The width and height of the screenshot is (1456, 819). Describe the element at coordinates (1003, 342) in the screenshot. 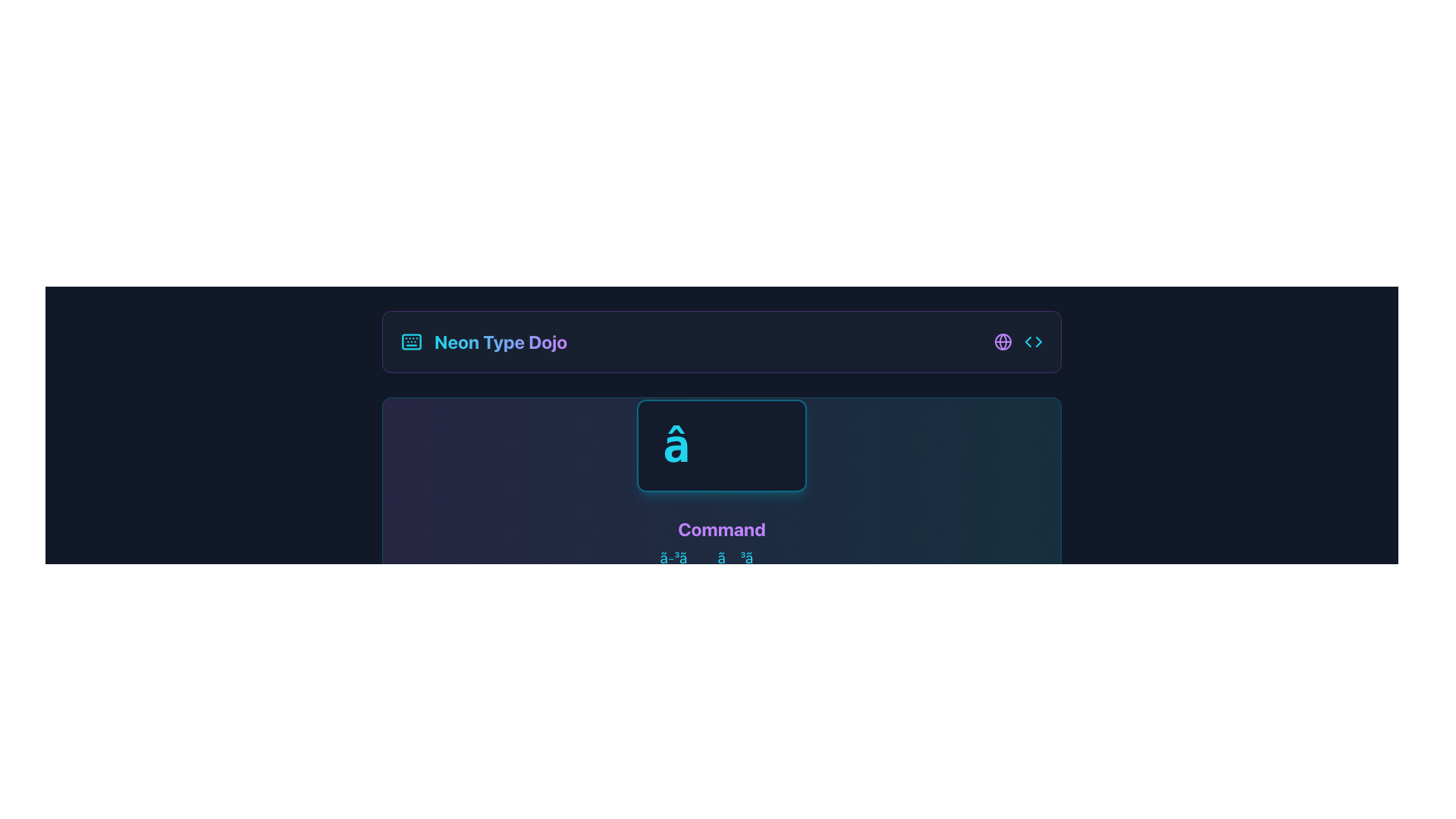

I see `the global settings icon located on the far left of the horizontal group of icons in the top-right corner of the interface` at that location.